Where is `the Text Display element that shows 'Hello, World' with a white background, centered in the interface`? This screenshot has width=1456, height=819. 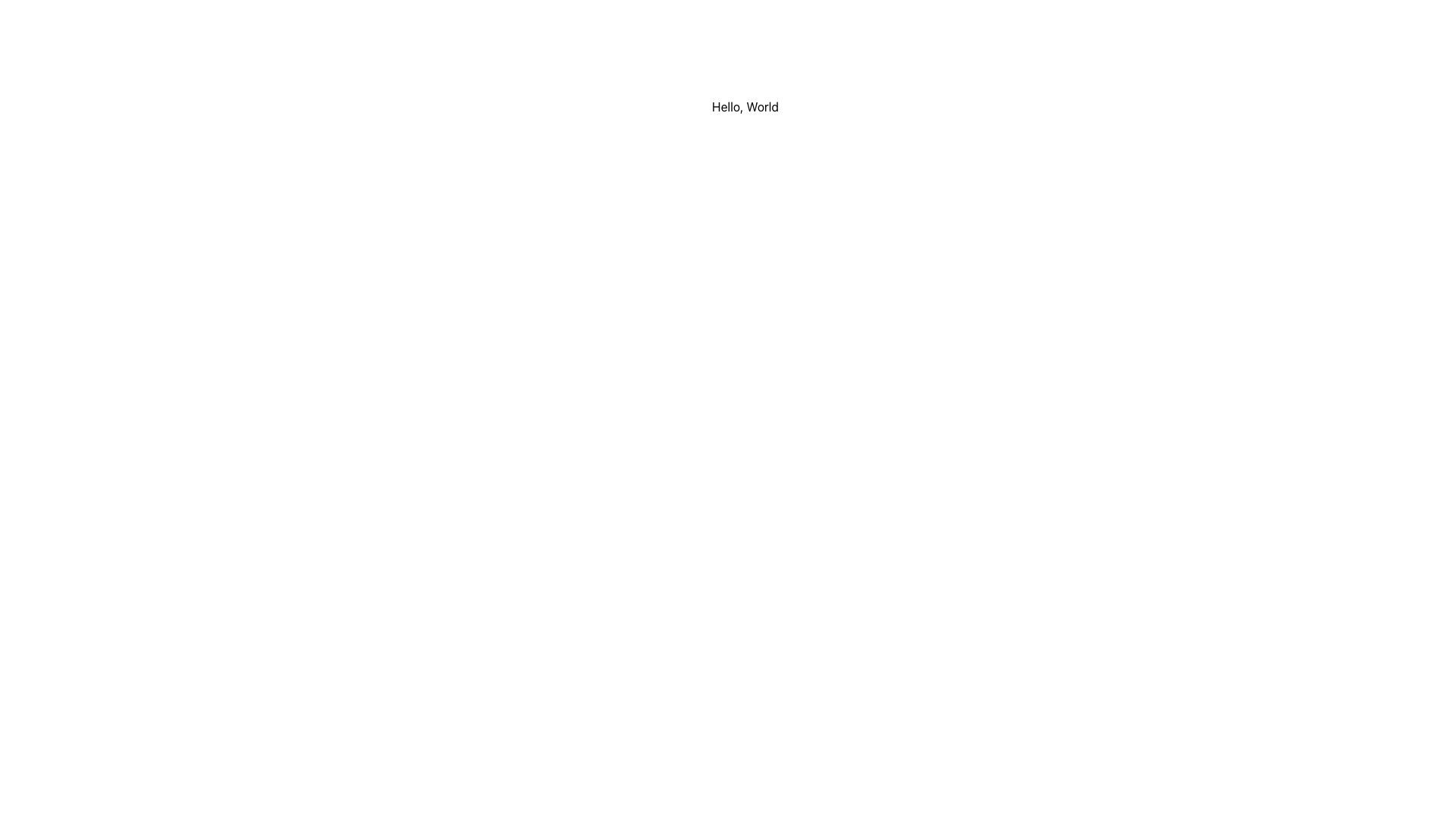
the Text Display element that shows 'Hello, World' with a white background, centered in the interface is located at coordinates (745, 106).